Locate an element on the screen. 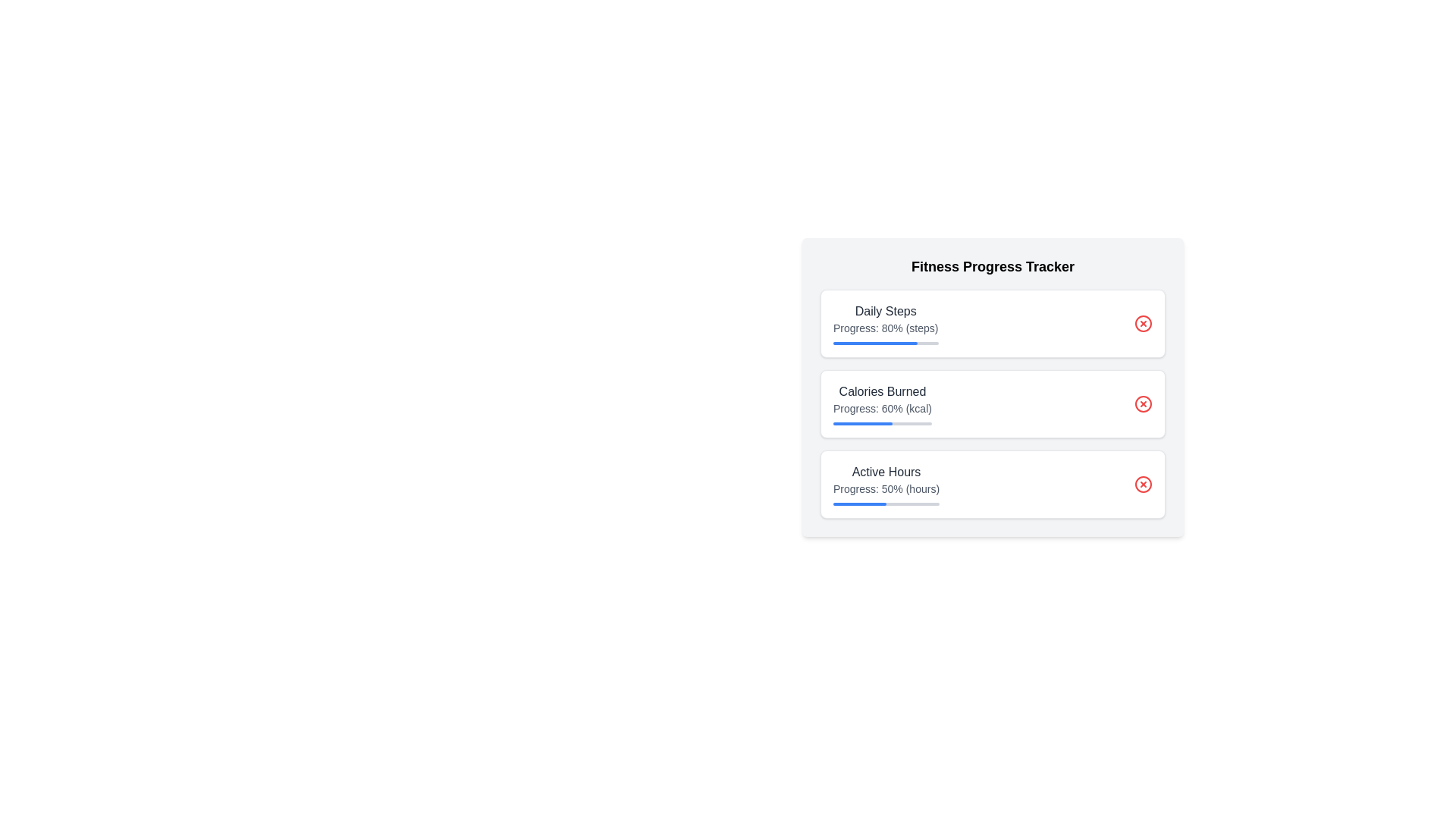 The height and width of the screenshot is (819, 1456). the circular SVG element that represents the delete button for the 'Calories Burned' entry in the fitness progress tracker is located at coordinates (1143, 403).